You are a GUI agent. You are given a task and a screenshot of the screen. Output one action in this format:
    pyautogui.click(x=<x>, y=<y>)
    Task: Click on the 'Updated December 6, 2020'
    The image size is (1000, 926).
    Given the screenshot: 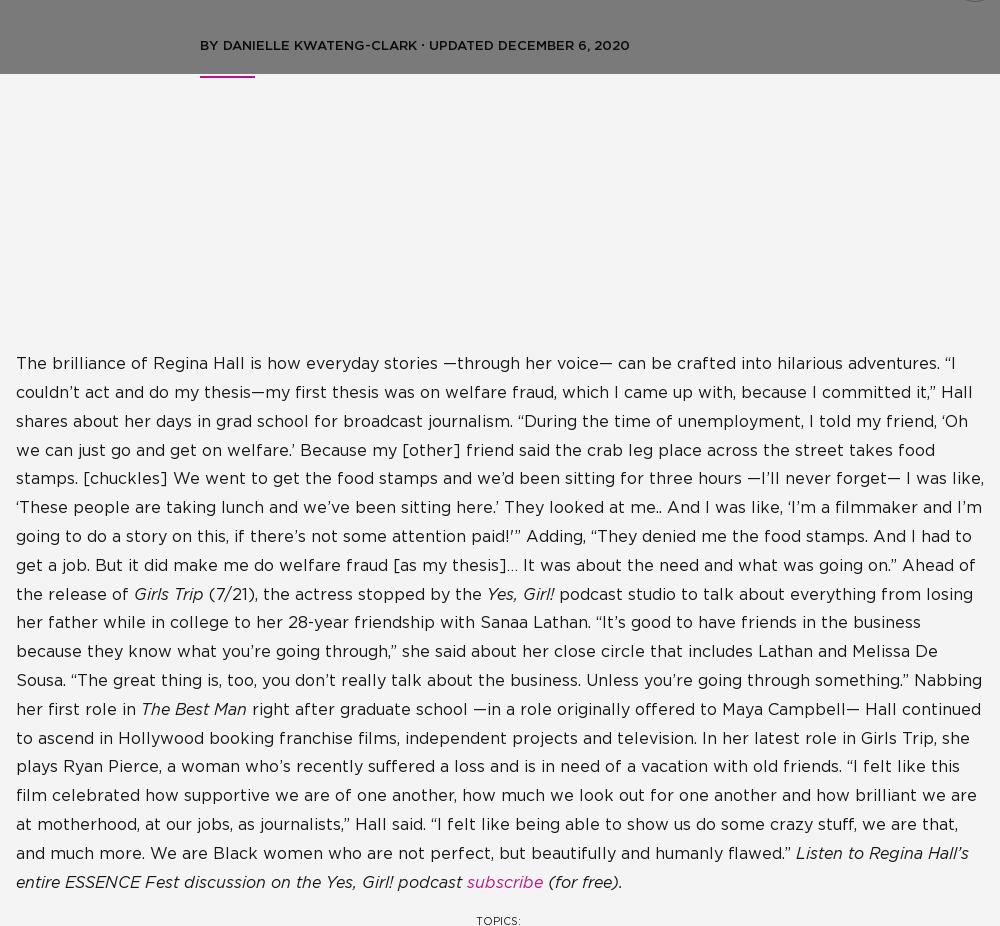 What is the action you would take?
    pyautogui.click(x=529, y=44)
    